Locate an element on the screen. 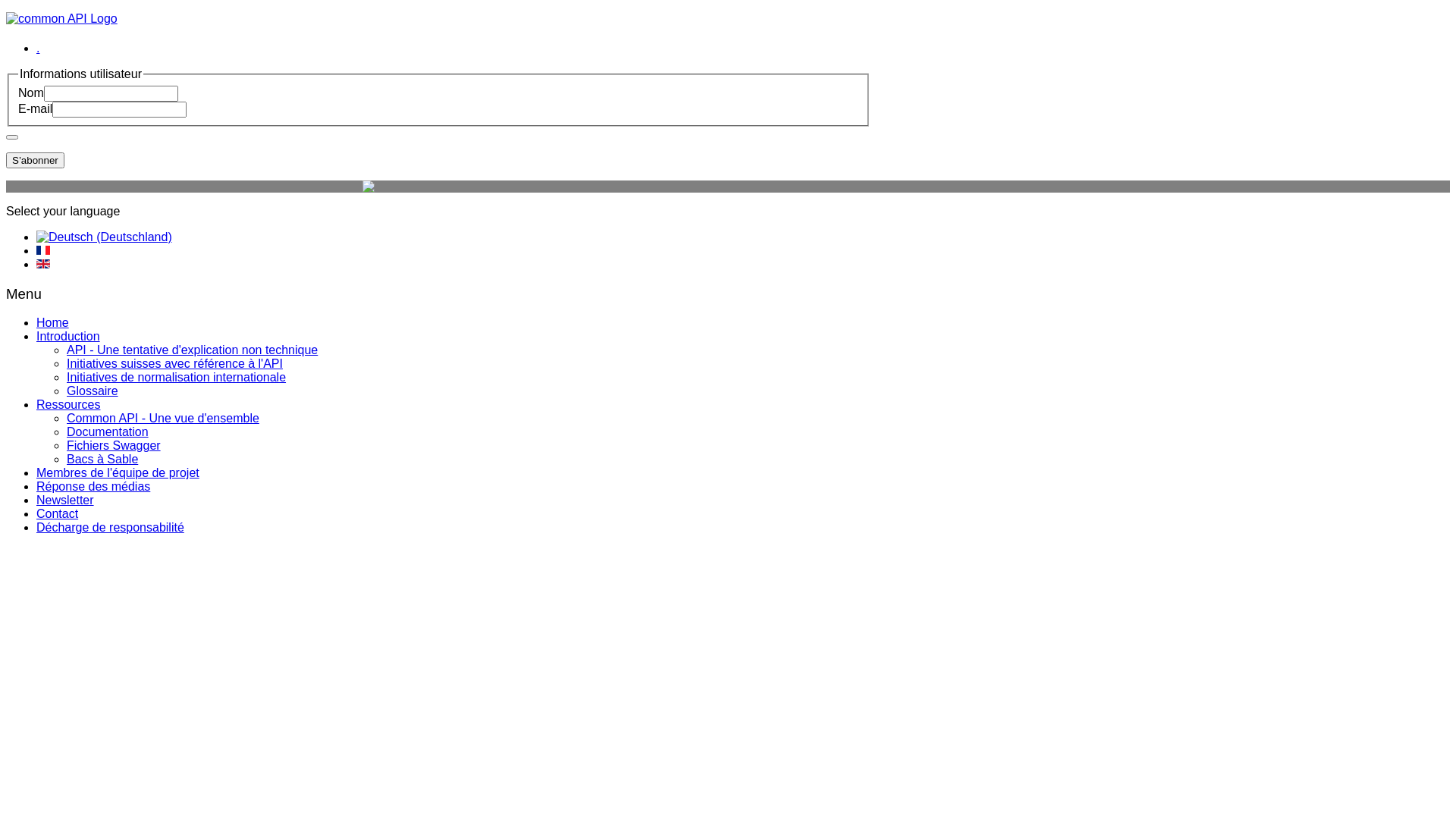 Image resolution: width=1456 pixels, height=819 pixels. 'Ressources' is located at coordinates (67, 403).